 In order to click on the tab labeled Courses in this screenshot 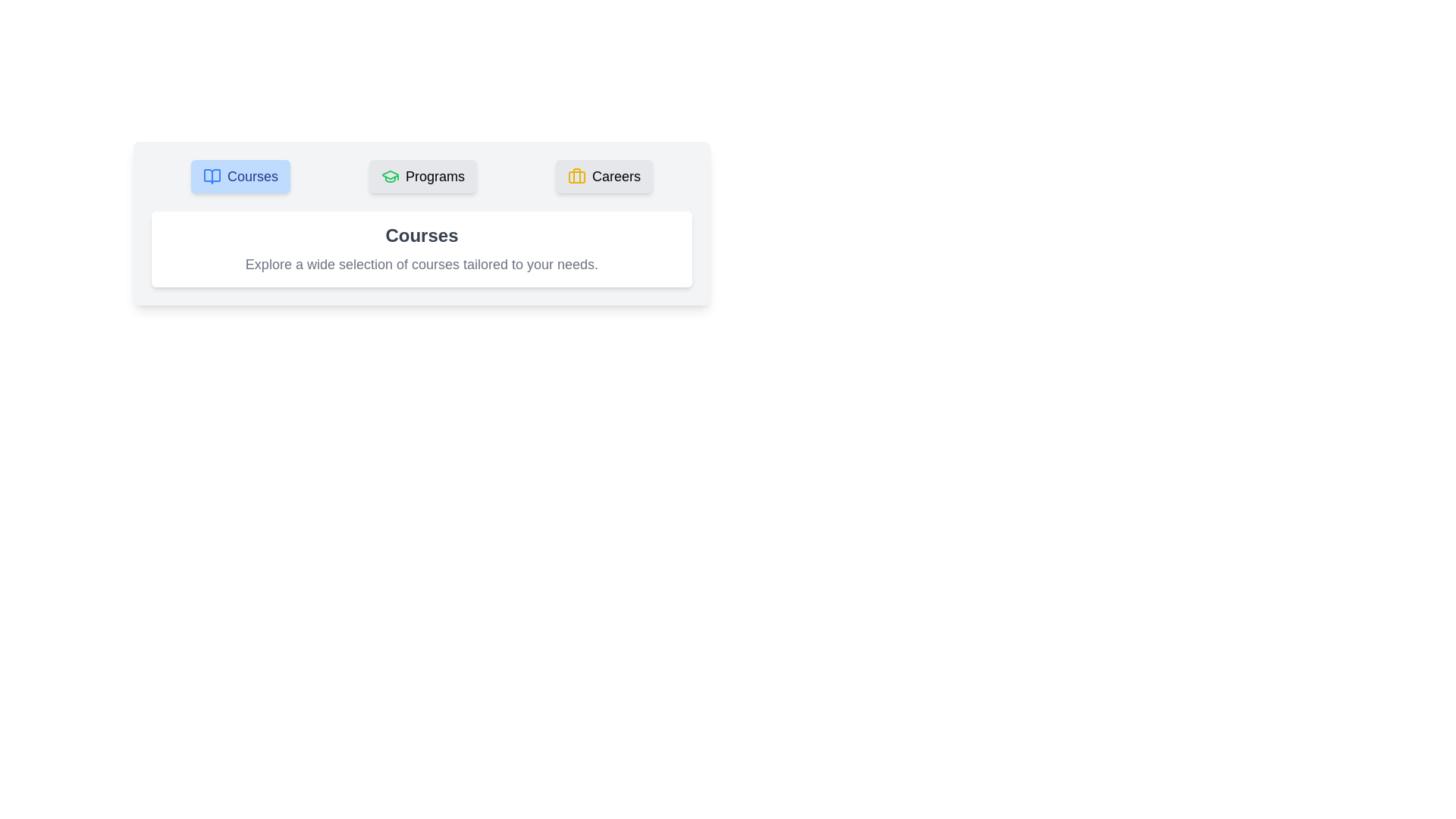, I will do `click(240, 175)`.